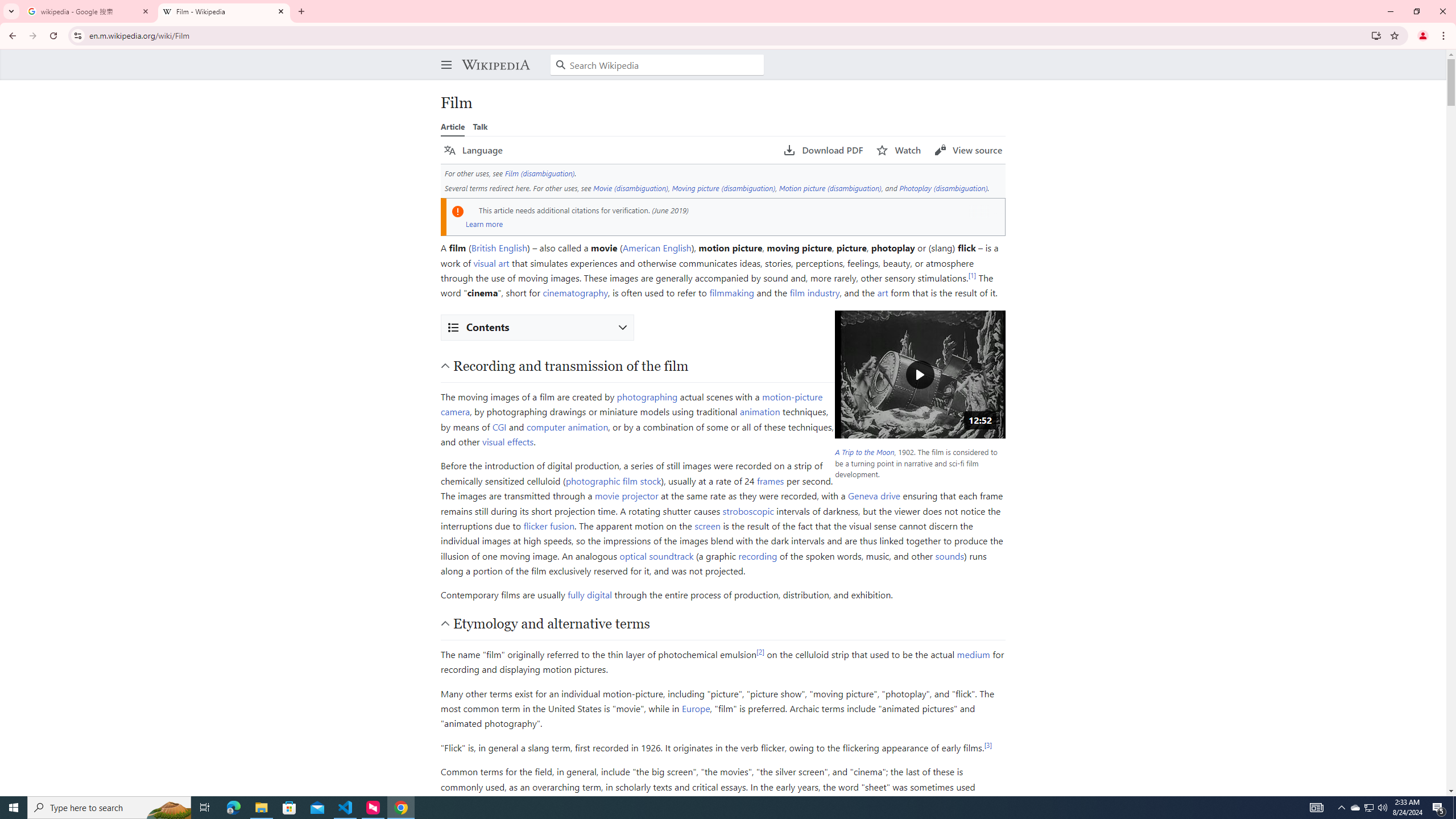  What do you see at coordinates (972, 274) in the screenshot?
I see `'[1]'` at bounding box center [972, 274].